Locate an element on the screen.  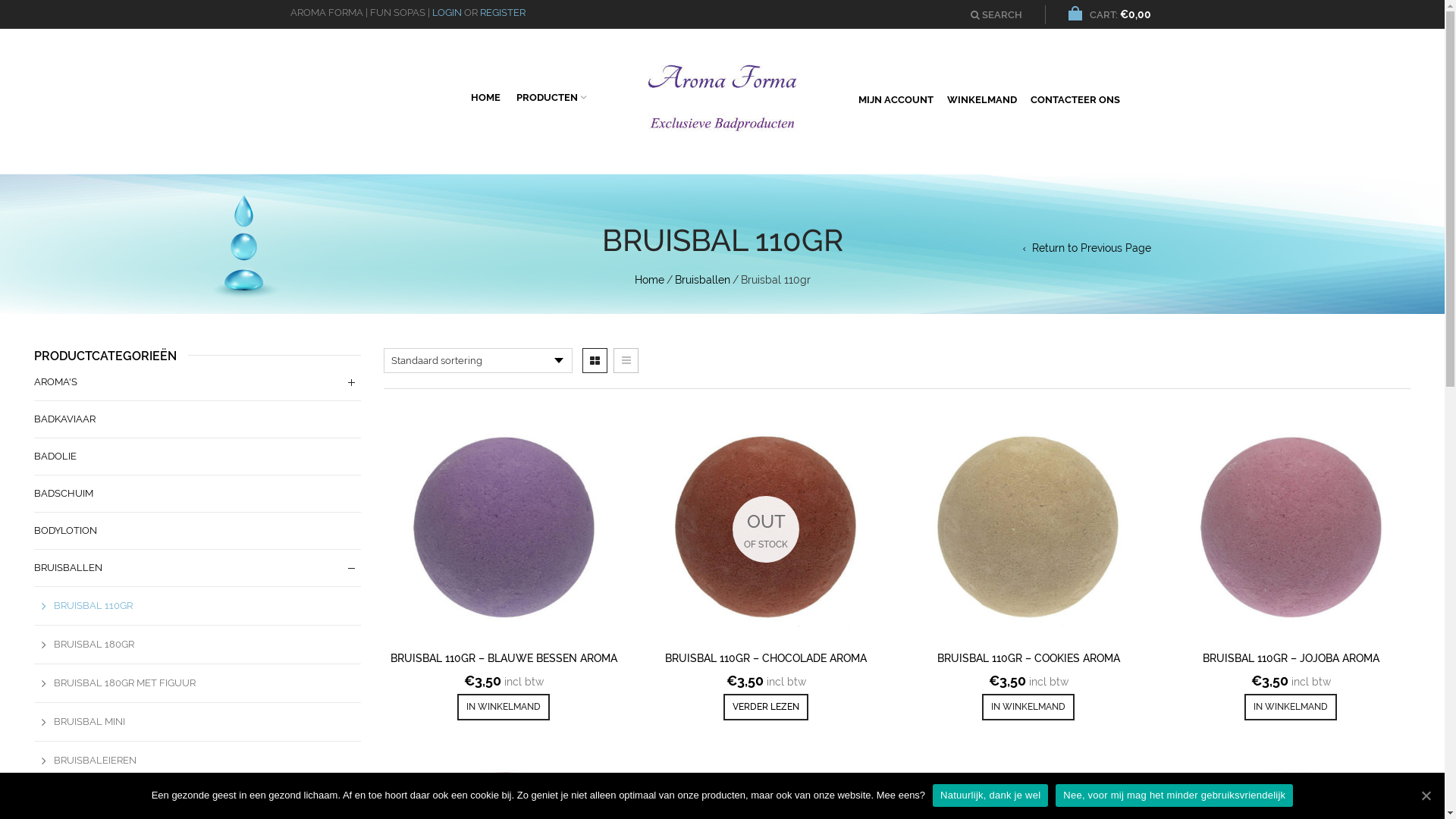
'SEARCH' is located at coordinates (996, 14).